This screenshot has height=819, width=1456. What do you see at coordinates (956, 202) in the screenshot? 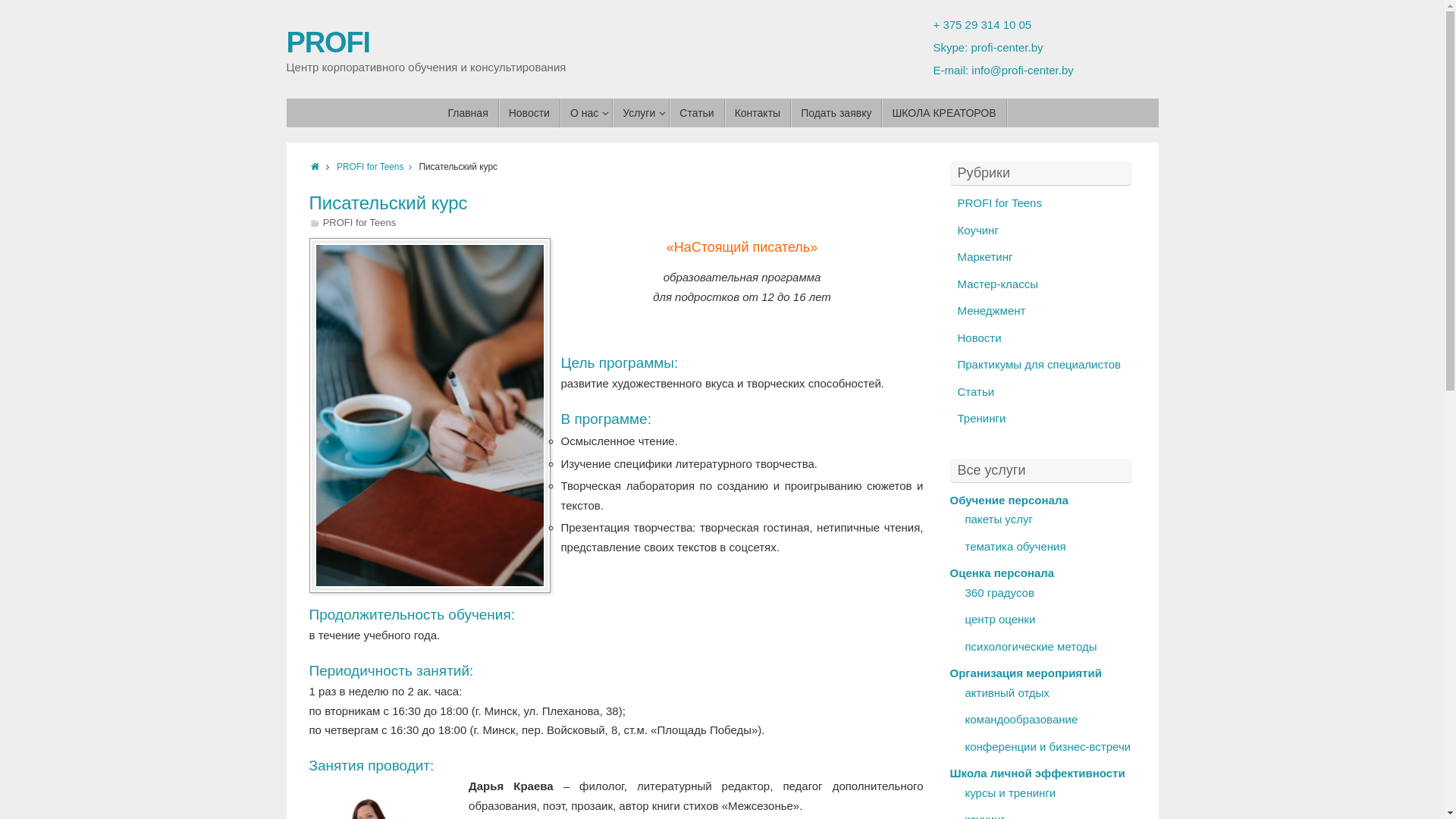
I see `'PROFI for Teens'` at bounding box center [956, 202].